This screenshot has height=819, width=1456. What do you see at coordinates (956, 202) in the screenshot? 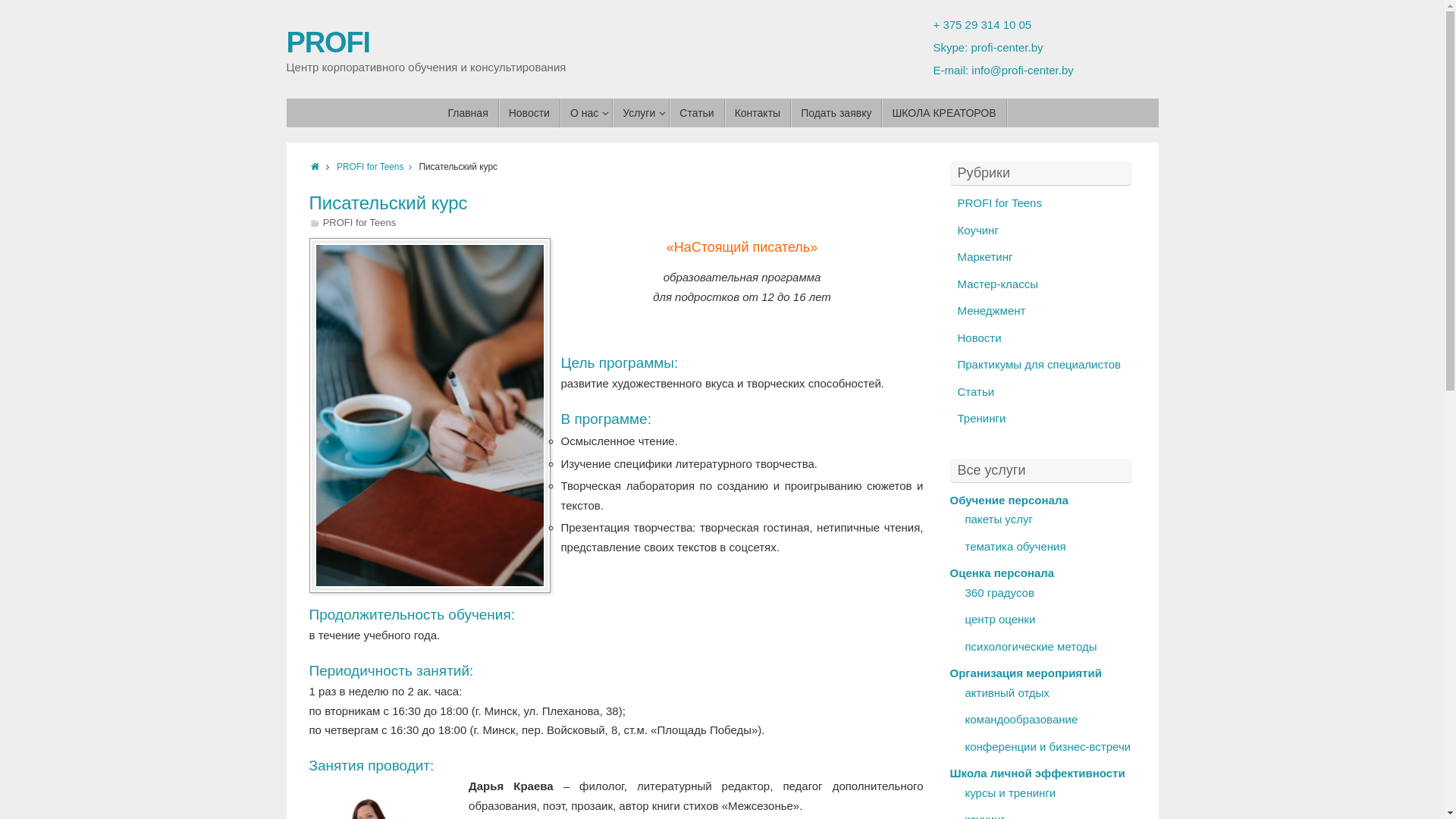
I see `'PROFI for Teens'` at bounding box center [956, 202].